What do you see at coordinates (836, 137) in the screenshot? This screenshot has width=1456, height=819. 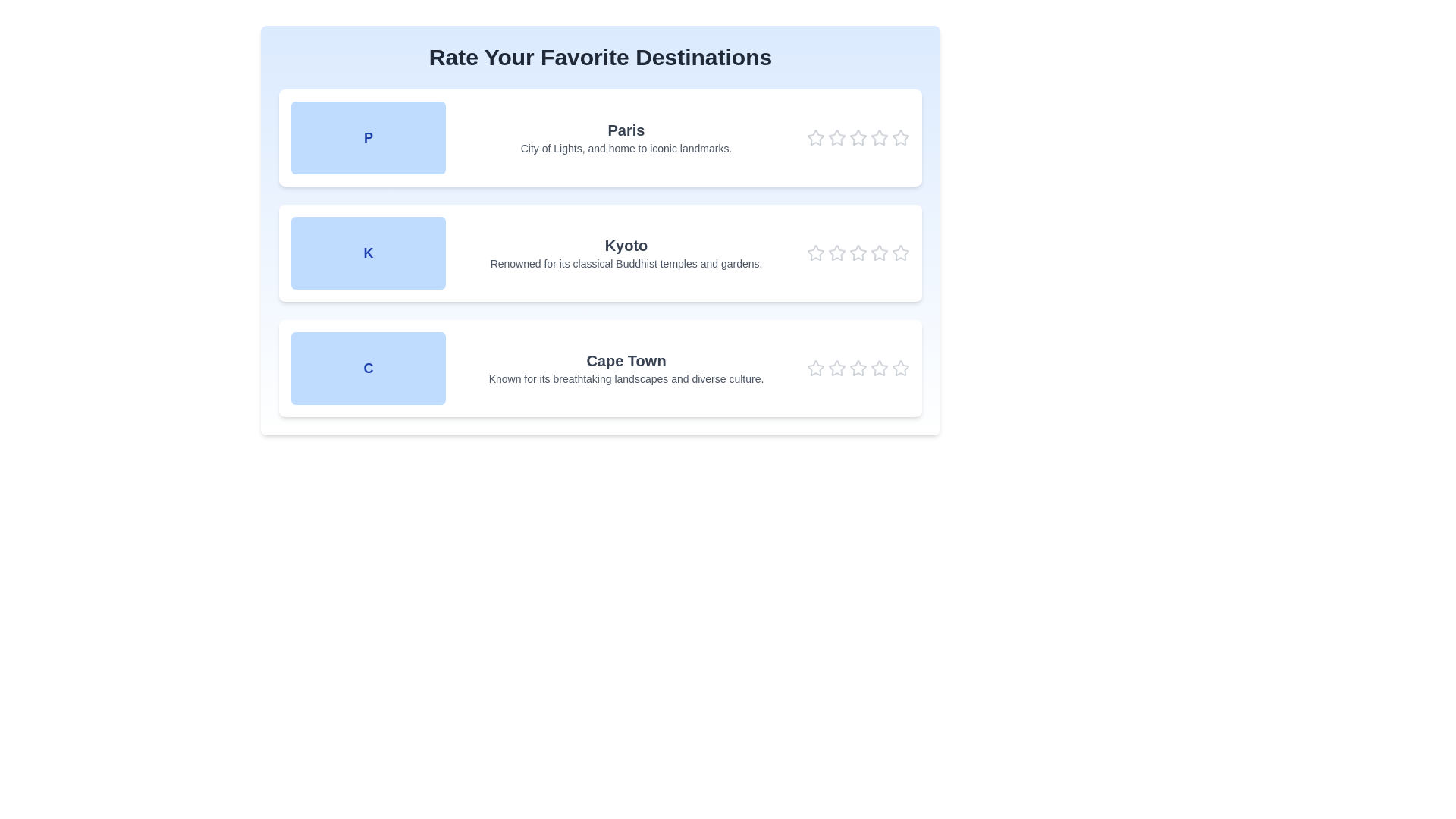 I see `the second star icon in the rating system for the 'Paris' destination` at bounding box center [836, 137].